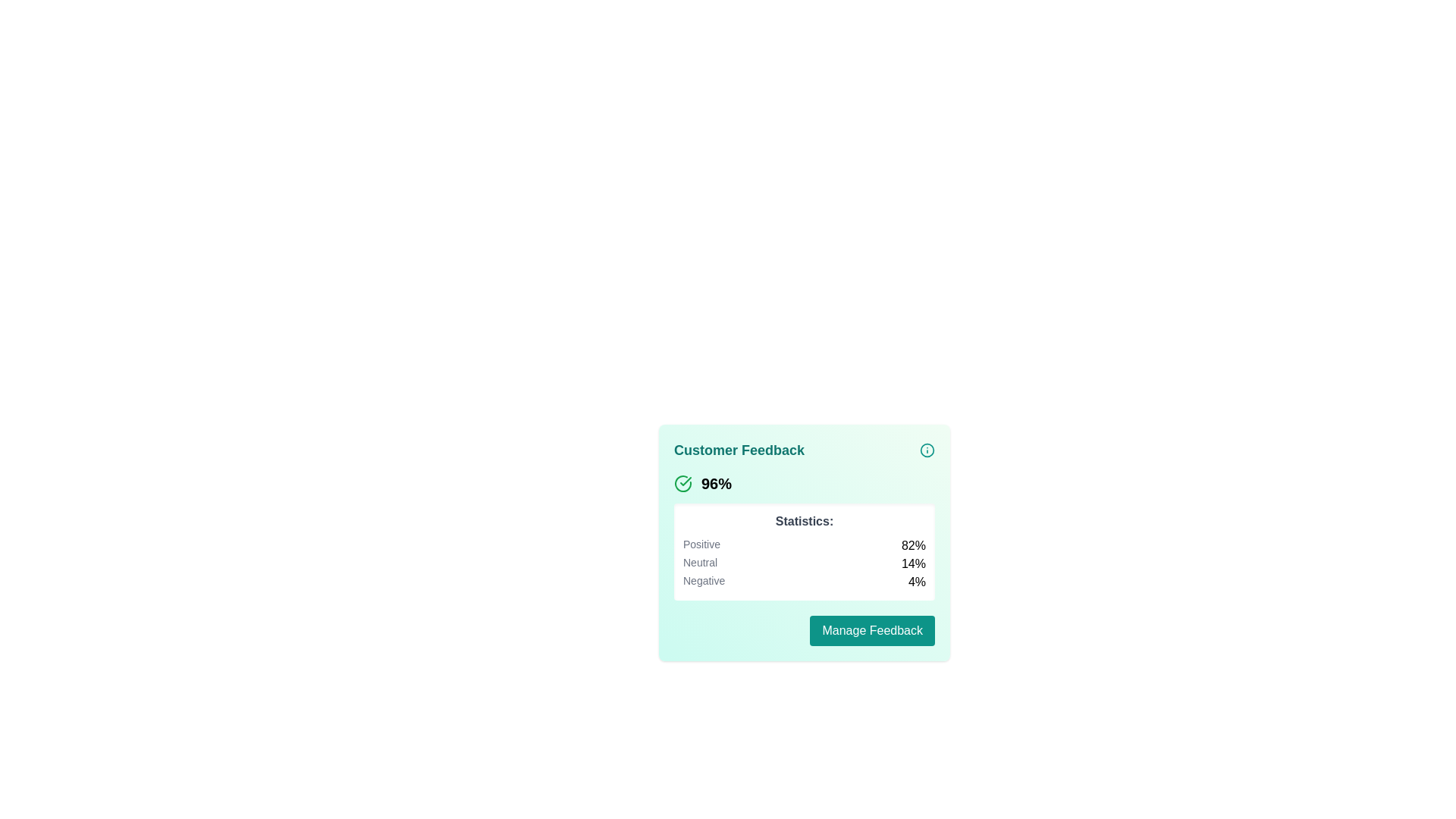  I want to click on the Informative row in the list displaying the 'Negative' percentage statistic, which is the third row in the 'Statistics' section, so click(803, 581).